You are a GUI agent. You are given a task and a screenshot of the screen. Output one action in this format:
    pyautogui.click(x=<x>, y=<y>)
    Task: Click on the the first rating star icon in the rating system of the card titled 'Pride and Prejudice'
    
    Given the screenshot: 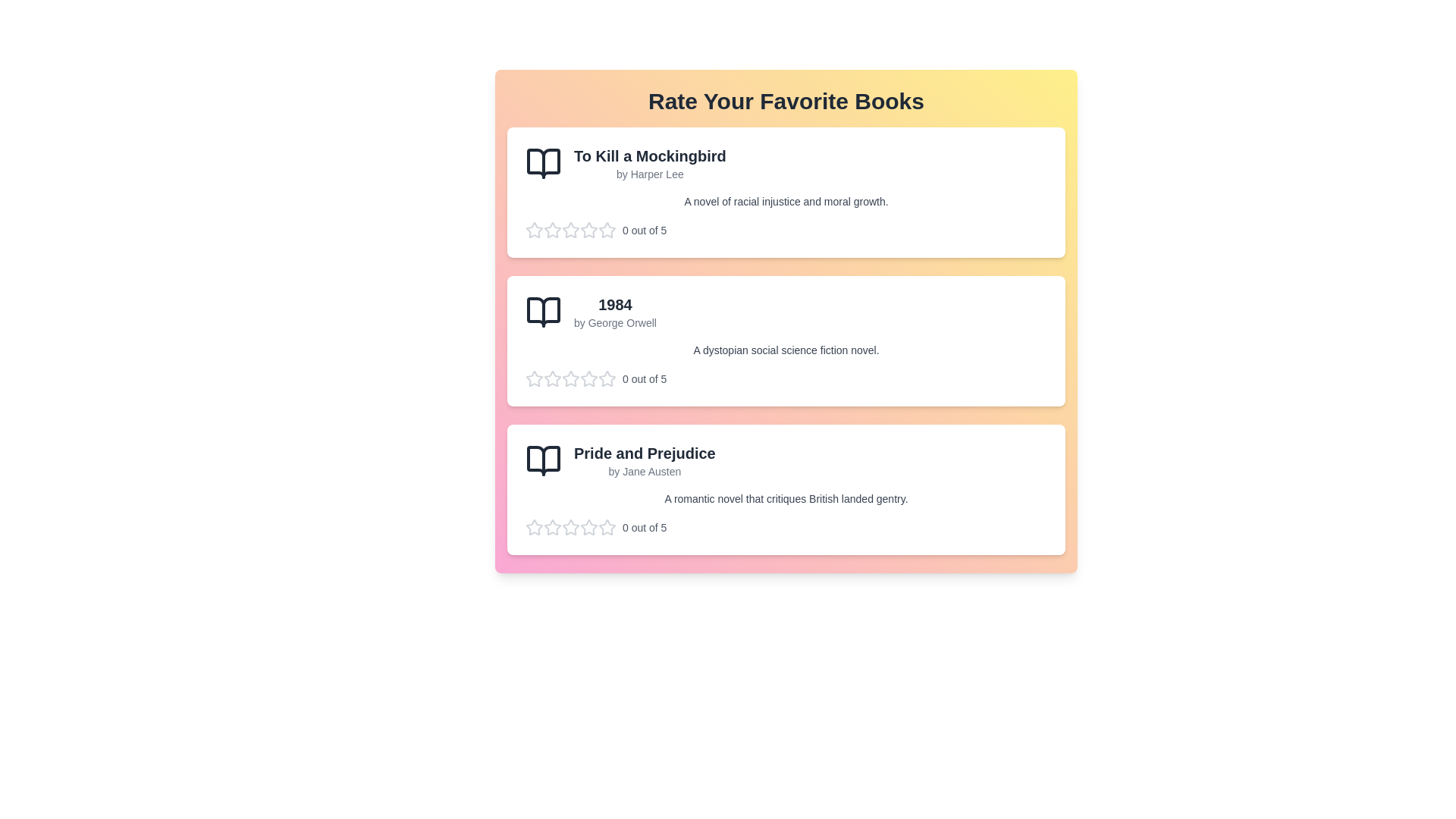 What is the action you would take?
    pyautogui.click(x=607, y=526)
    